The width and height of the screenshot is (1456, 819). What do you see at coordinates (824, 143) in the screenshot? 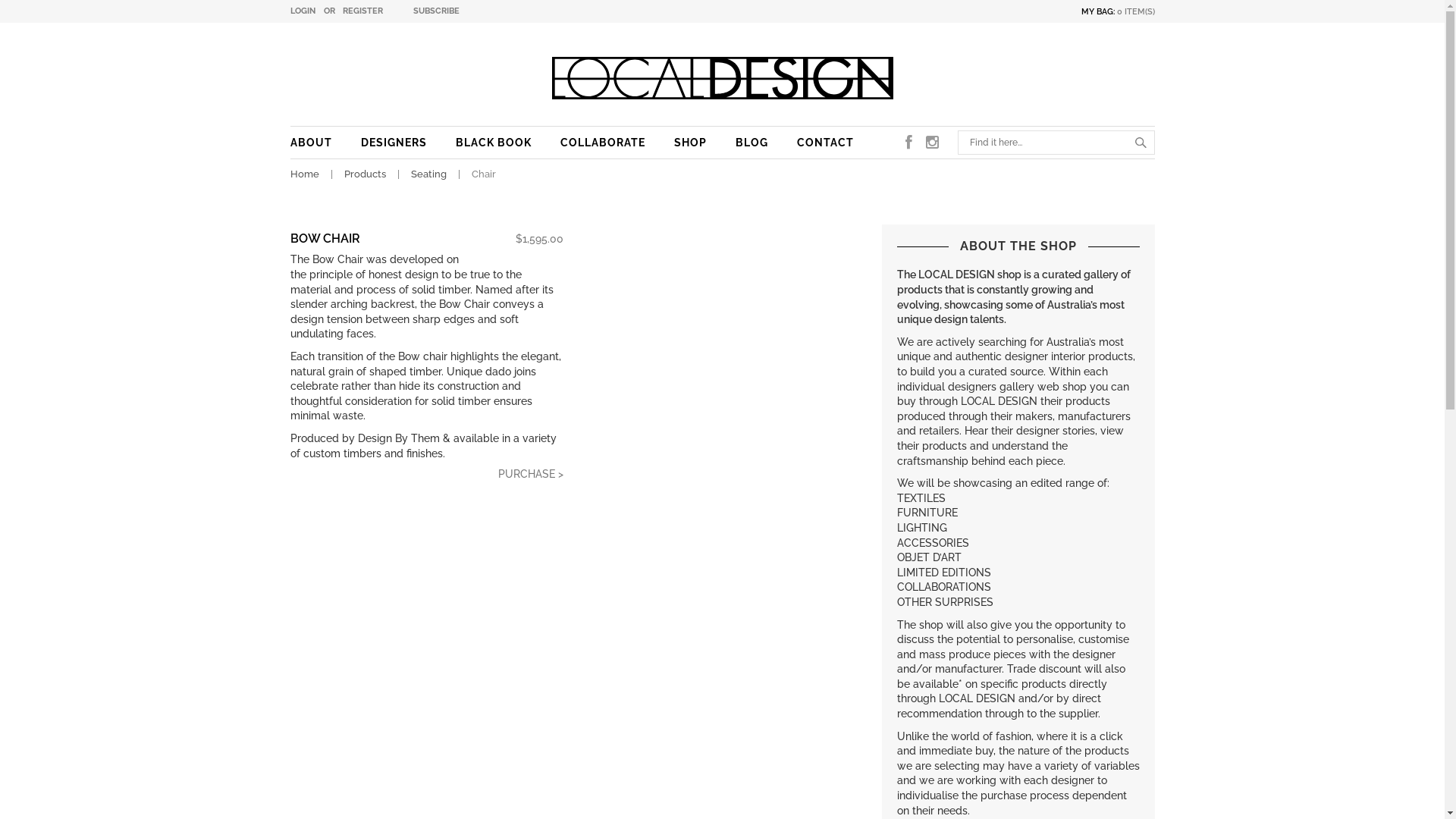
I see `'CONTACT'` at bounding box center [824, 143].